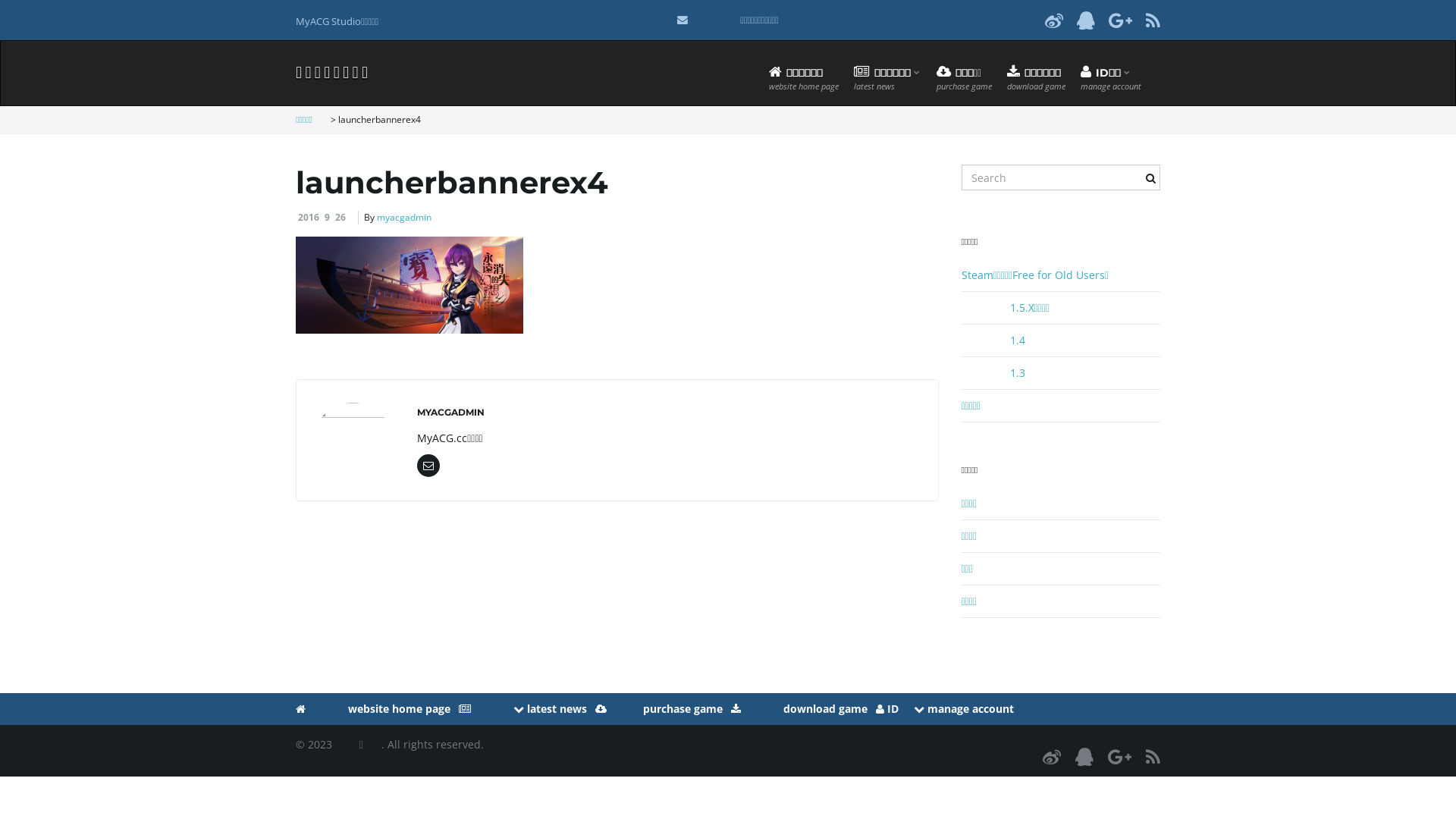 This screenshot has height=819, width=1456. Describe the element at coordinates (1084, 20) in the screenshot. I see `'QQ Group'` at that location.